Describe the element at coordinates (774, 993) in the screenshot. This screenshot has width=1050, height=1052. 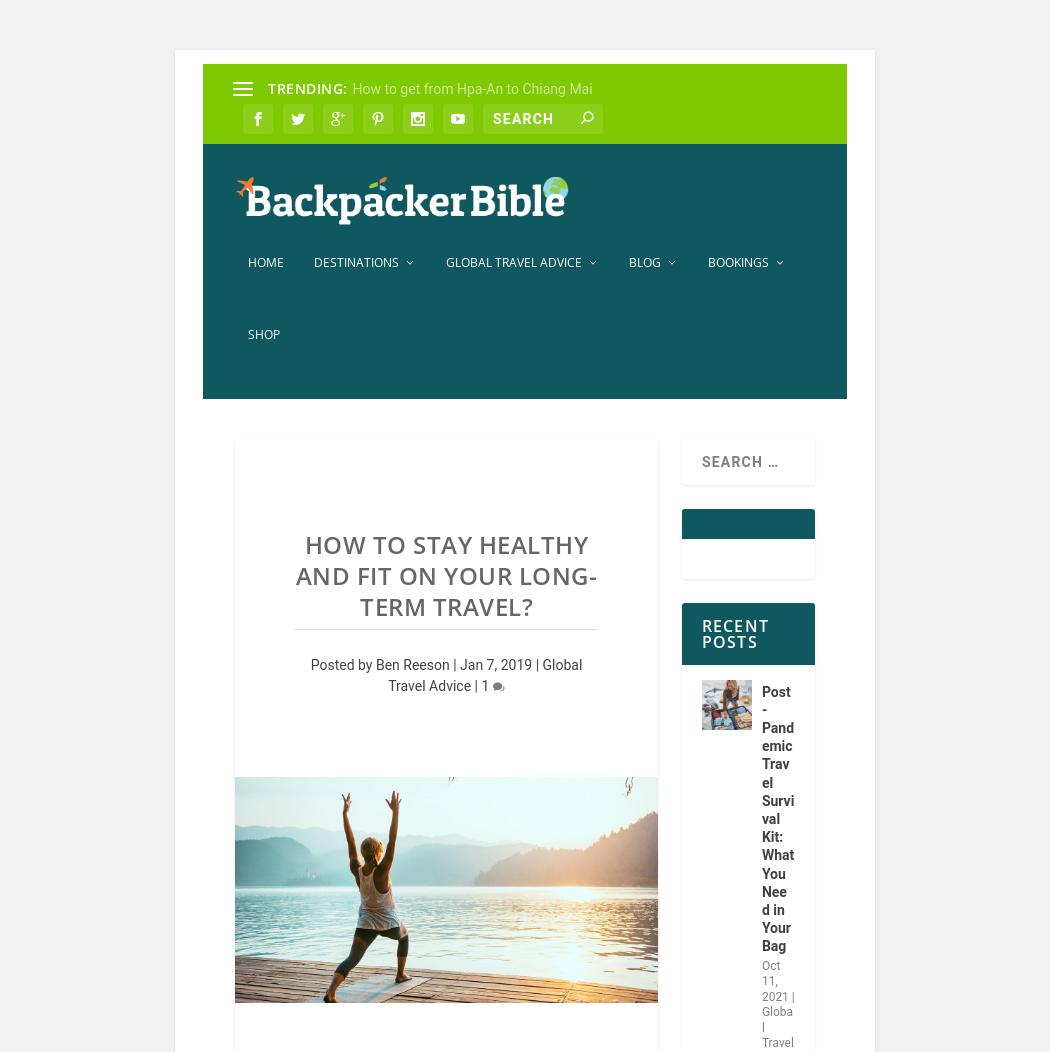
I see `'Oct 11, 2021'` at that location.